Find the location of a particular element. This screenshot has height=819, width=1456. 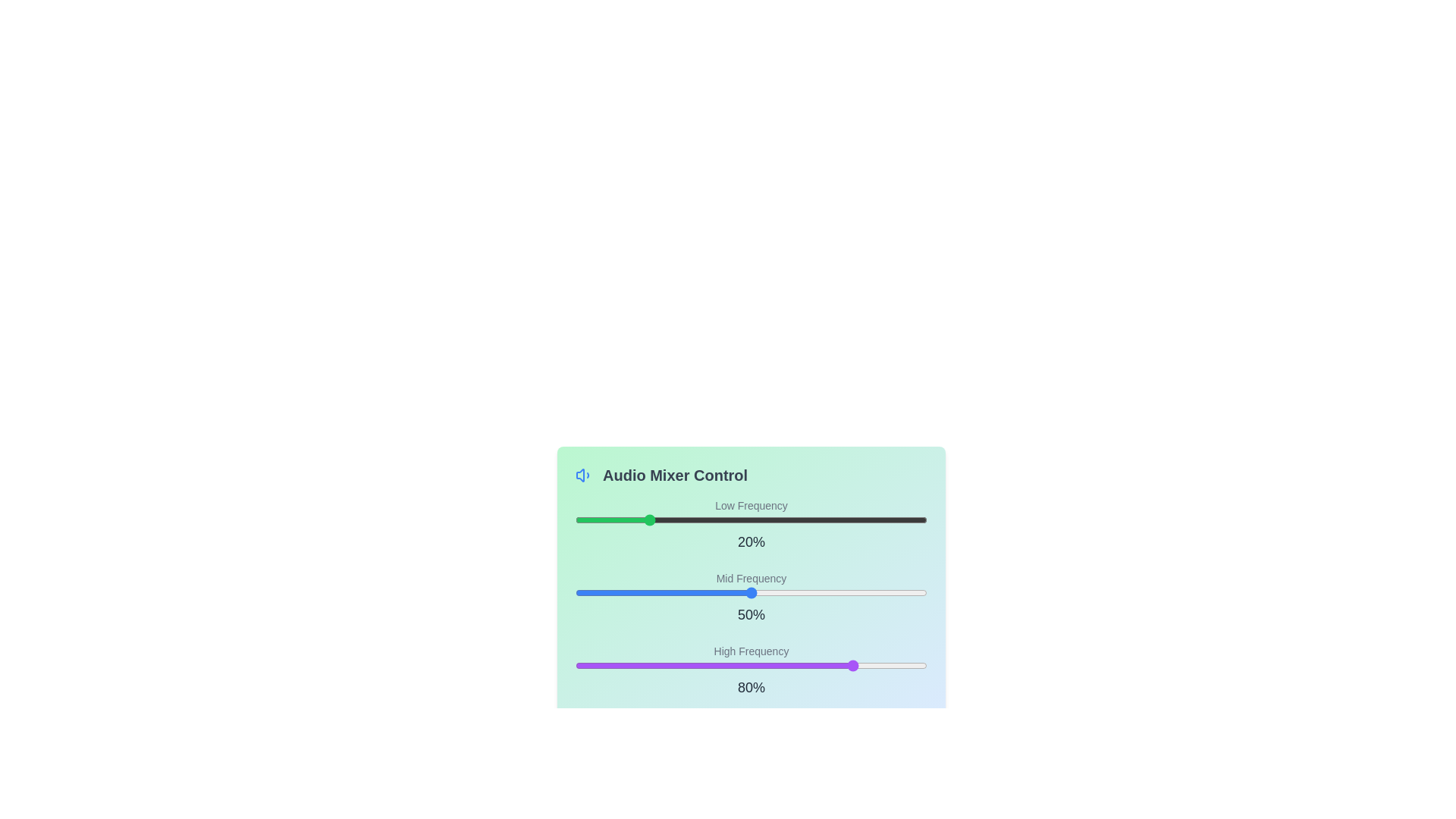

the 'High Frequency' slider is located at coordinates (828, 665).